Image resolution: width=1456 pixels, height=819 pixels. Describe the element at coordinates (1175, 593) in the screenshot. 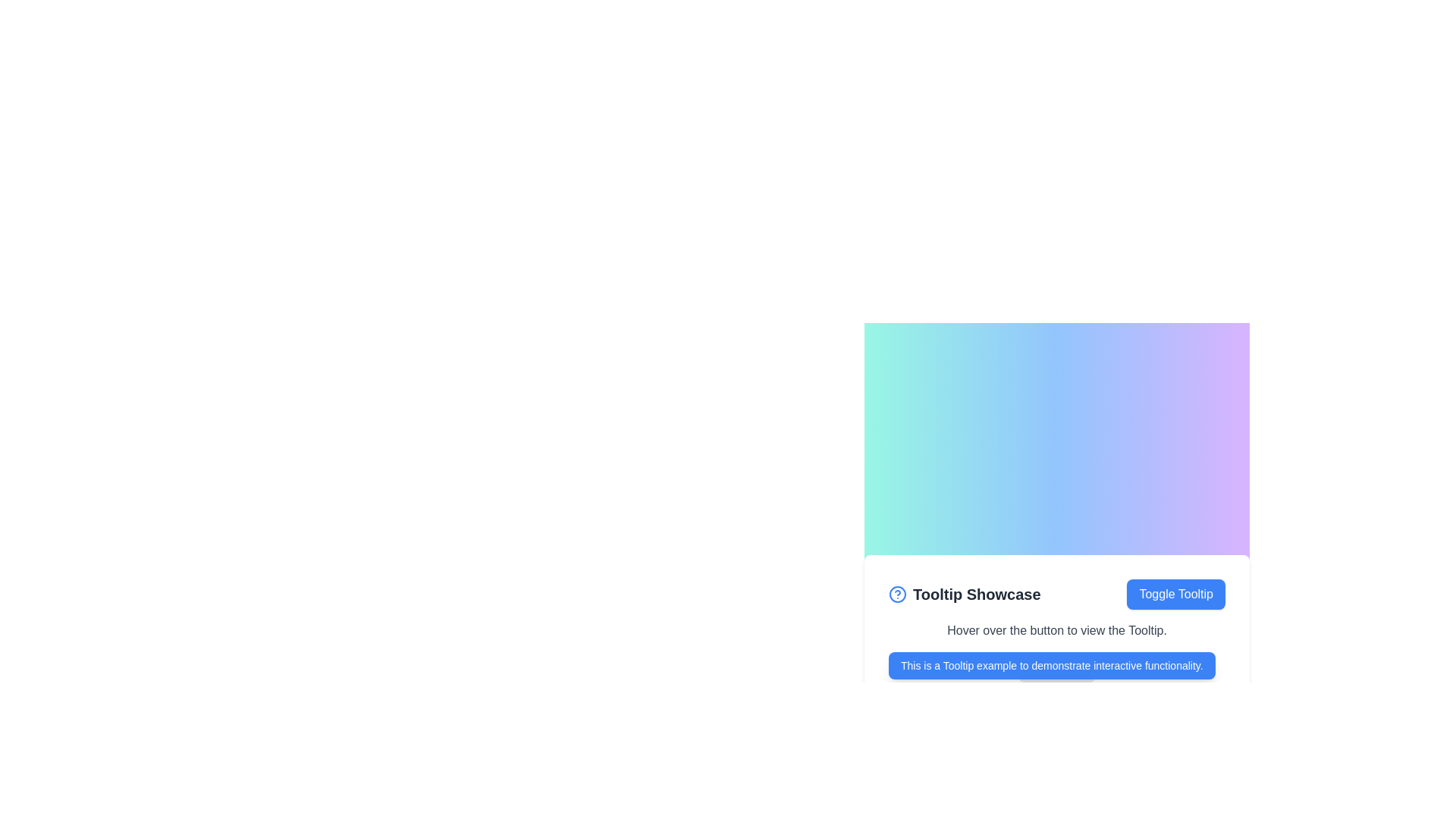

I see `the button located towards the right end of the horizontal layout adjacent to 'Tooltip Showcase'` at that location.